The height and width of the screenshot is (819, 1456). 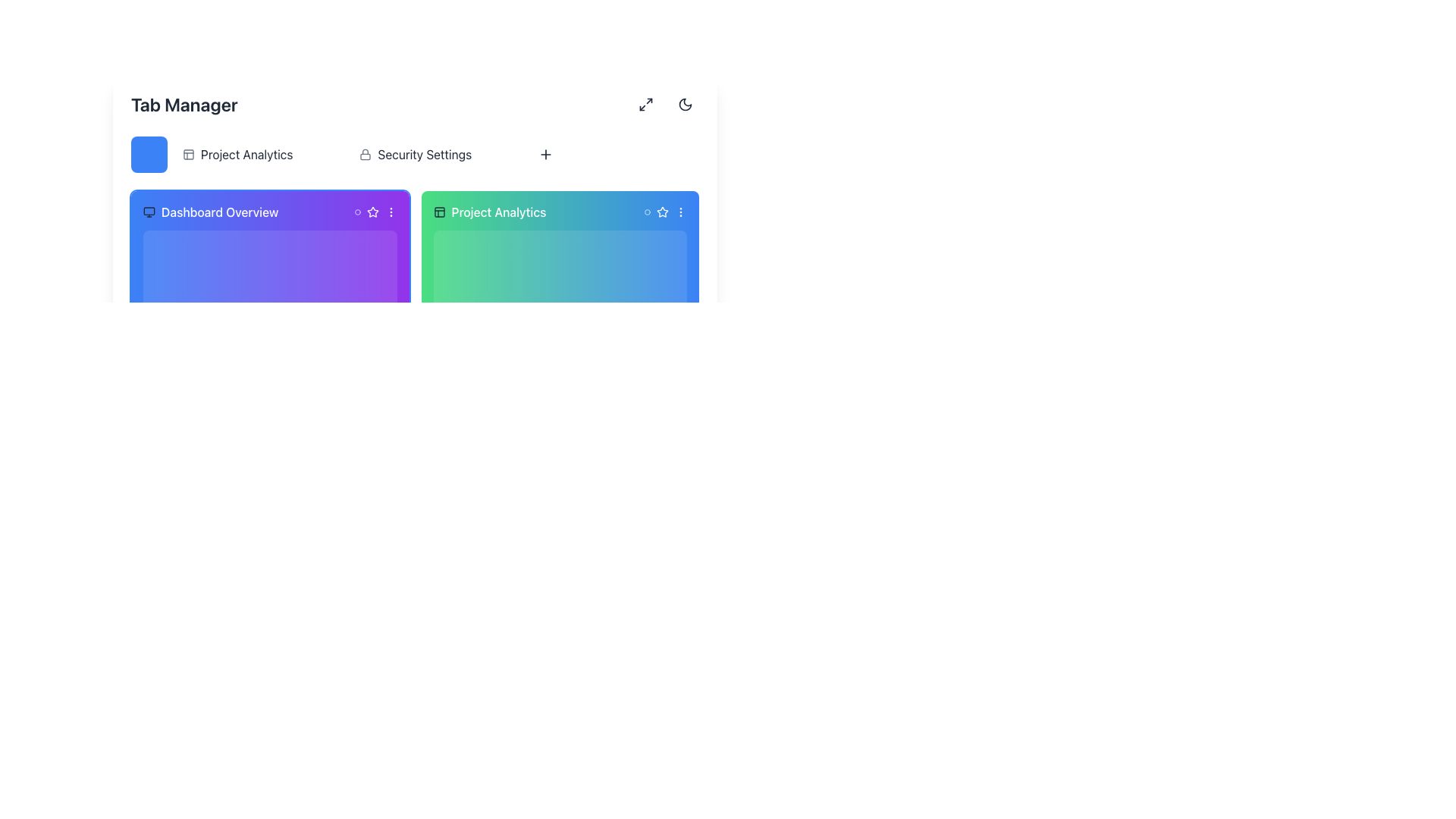 What do you see at coordinates (662, 212) in the screenshot?
I see `the second star icon in the top-right corner of the card labeled 'Project Analytics'` at bounding box center [662, 212].